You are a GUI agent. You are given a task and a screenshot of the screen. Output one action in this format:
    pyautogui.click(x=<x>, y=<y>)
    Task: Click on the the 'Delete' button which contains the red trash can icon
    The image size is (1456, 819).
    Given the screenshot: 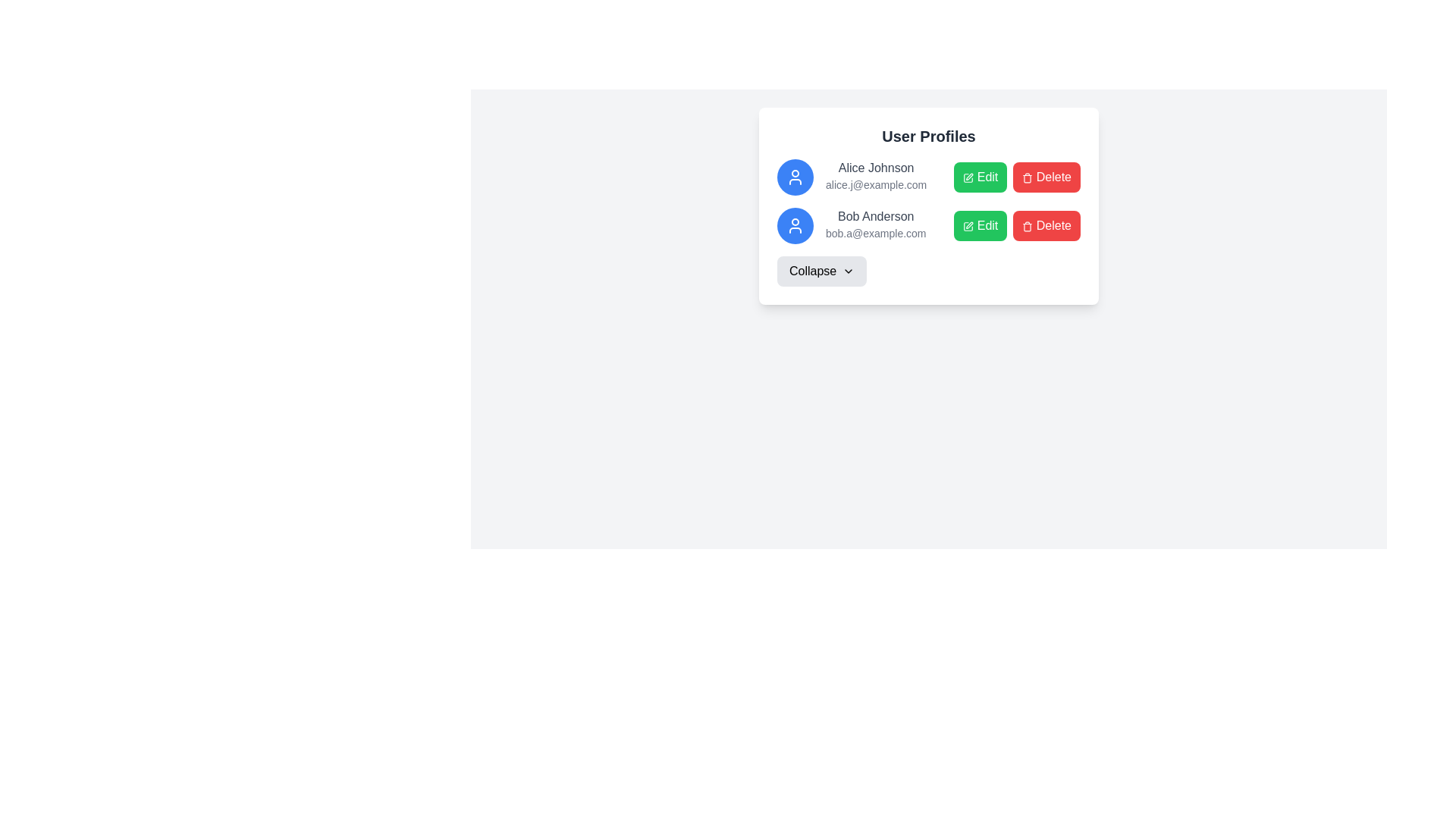 What is the action you would take?
    pyautogui.click(x=1028, y=226)
    